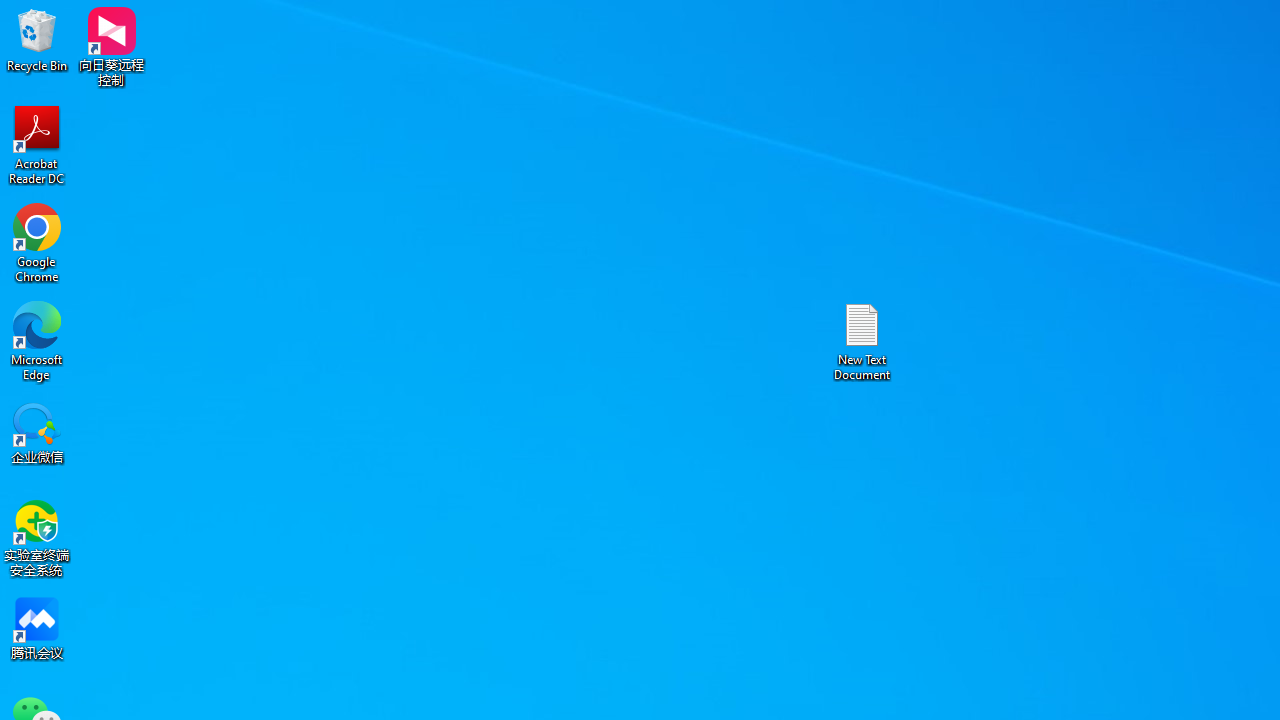 The width and height of the screenshot is (1280, 720). Describe the element at coordinates (862, 340) in the screenshot. I see `'New Text Document'` at that location.